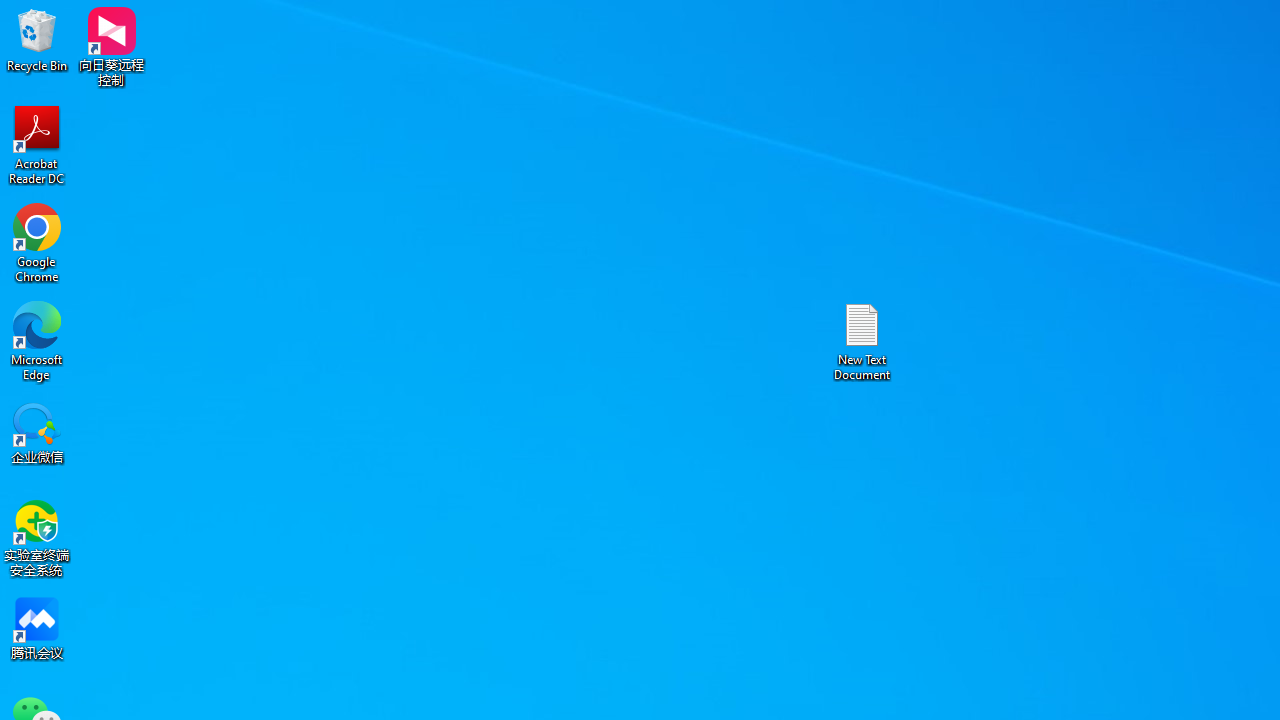 The width and height of the screenshot is (1280, 720). Describe the element at coordinates (862, 340) in the screenshot. I see `'New Text Document'` at that location.